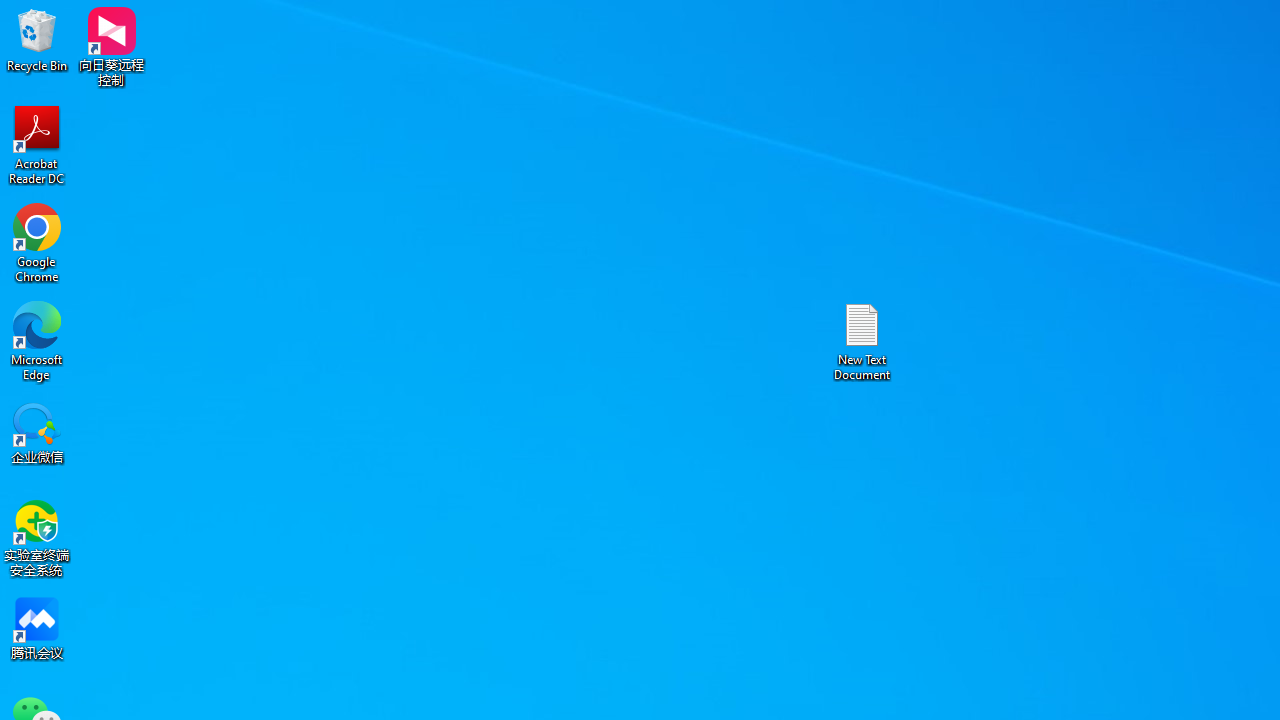 The width and height of the screenshot is (1280, 720). Describe the element at coordinates (862, 340) in the screenshot. I see `'New Text Document'` at that location.